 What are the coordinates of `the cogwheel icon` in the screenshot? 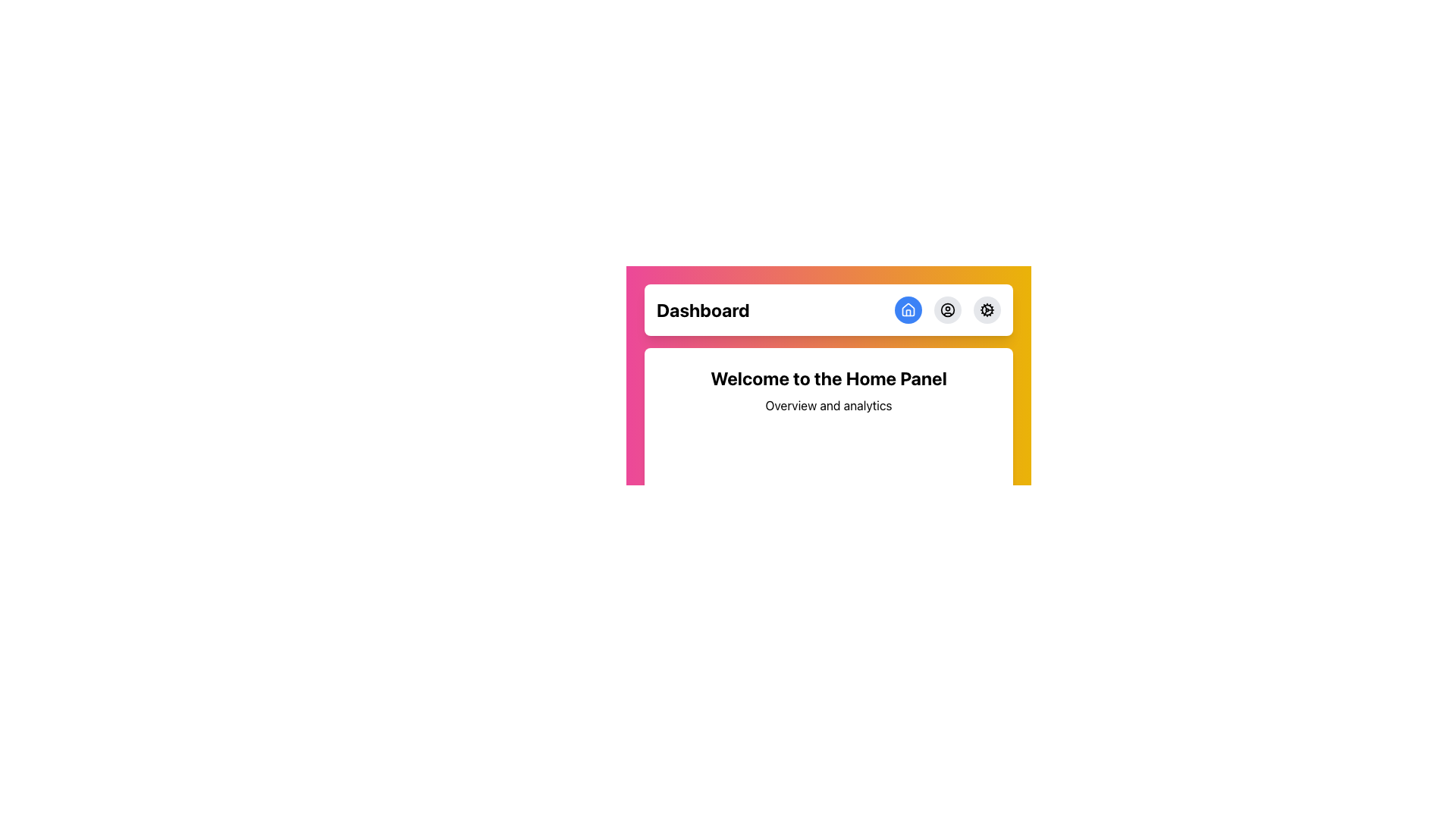 It's located at (987, 309).